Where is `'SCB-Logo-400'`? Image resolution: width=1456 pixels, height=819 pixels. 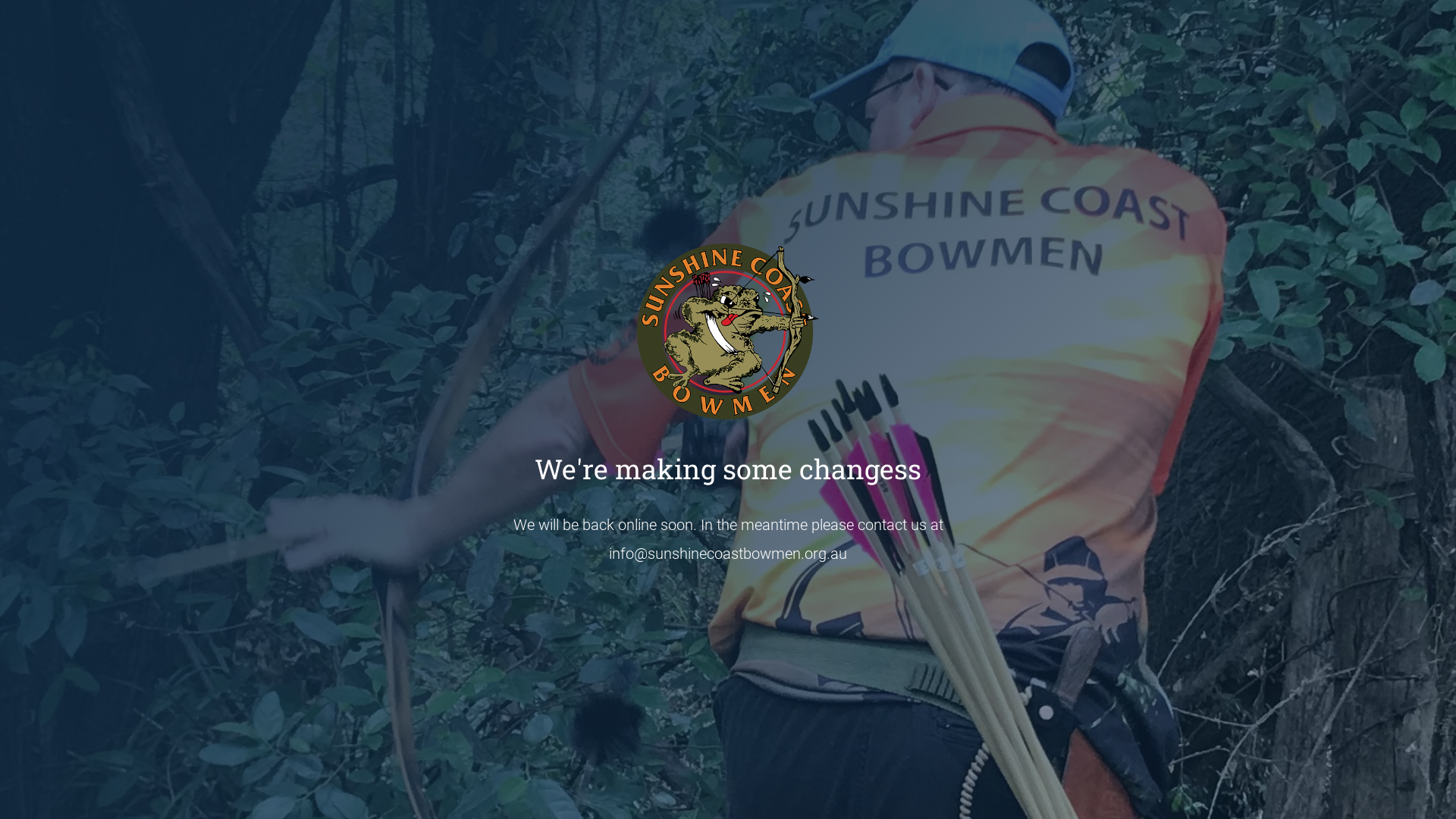 'SCB-Logo-400' is located at coordinates (728, 330).